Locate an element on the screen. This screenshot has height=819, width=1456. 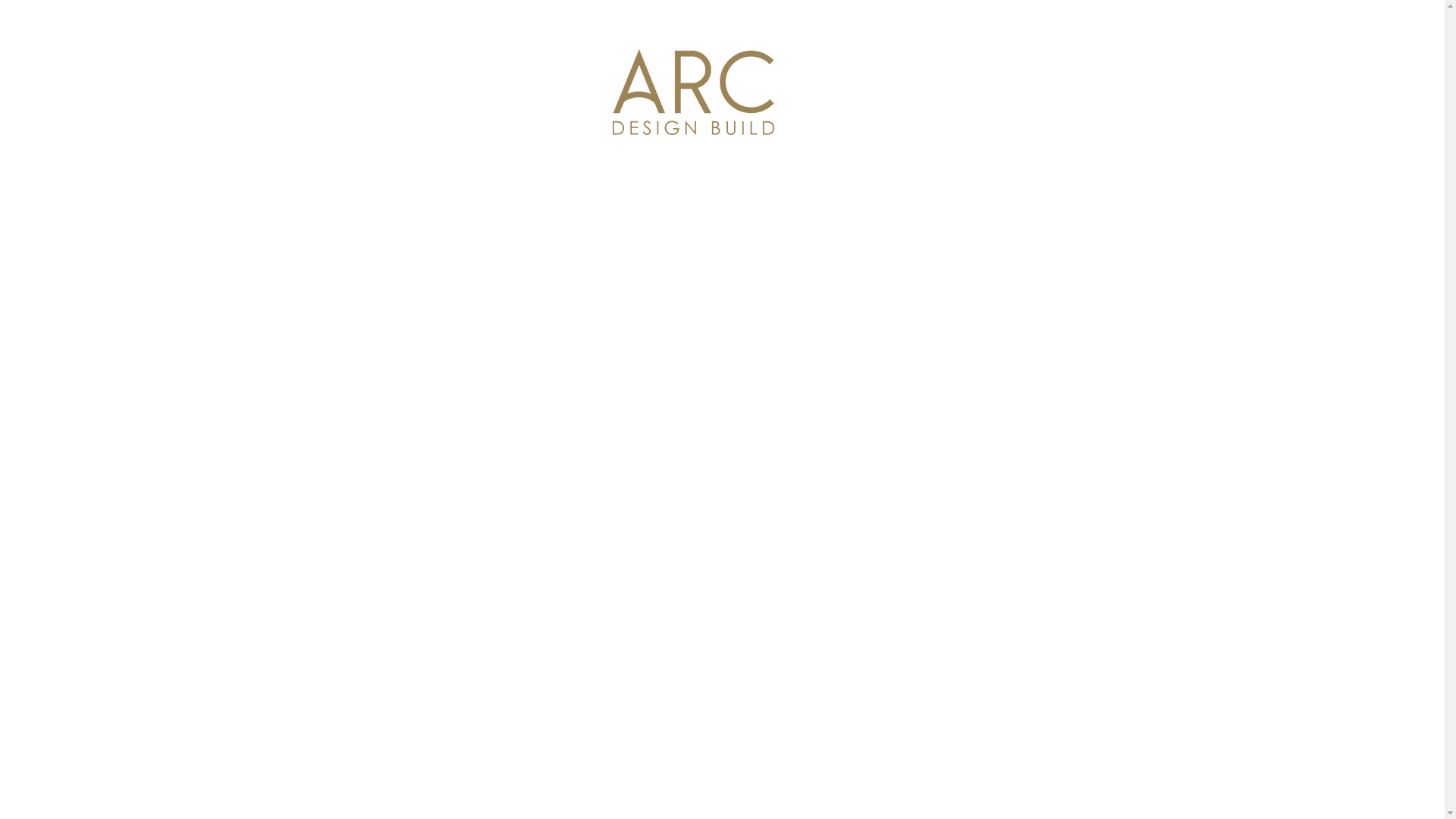
'signature logo for email.png' is located at coordinates (692, 92).